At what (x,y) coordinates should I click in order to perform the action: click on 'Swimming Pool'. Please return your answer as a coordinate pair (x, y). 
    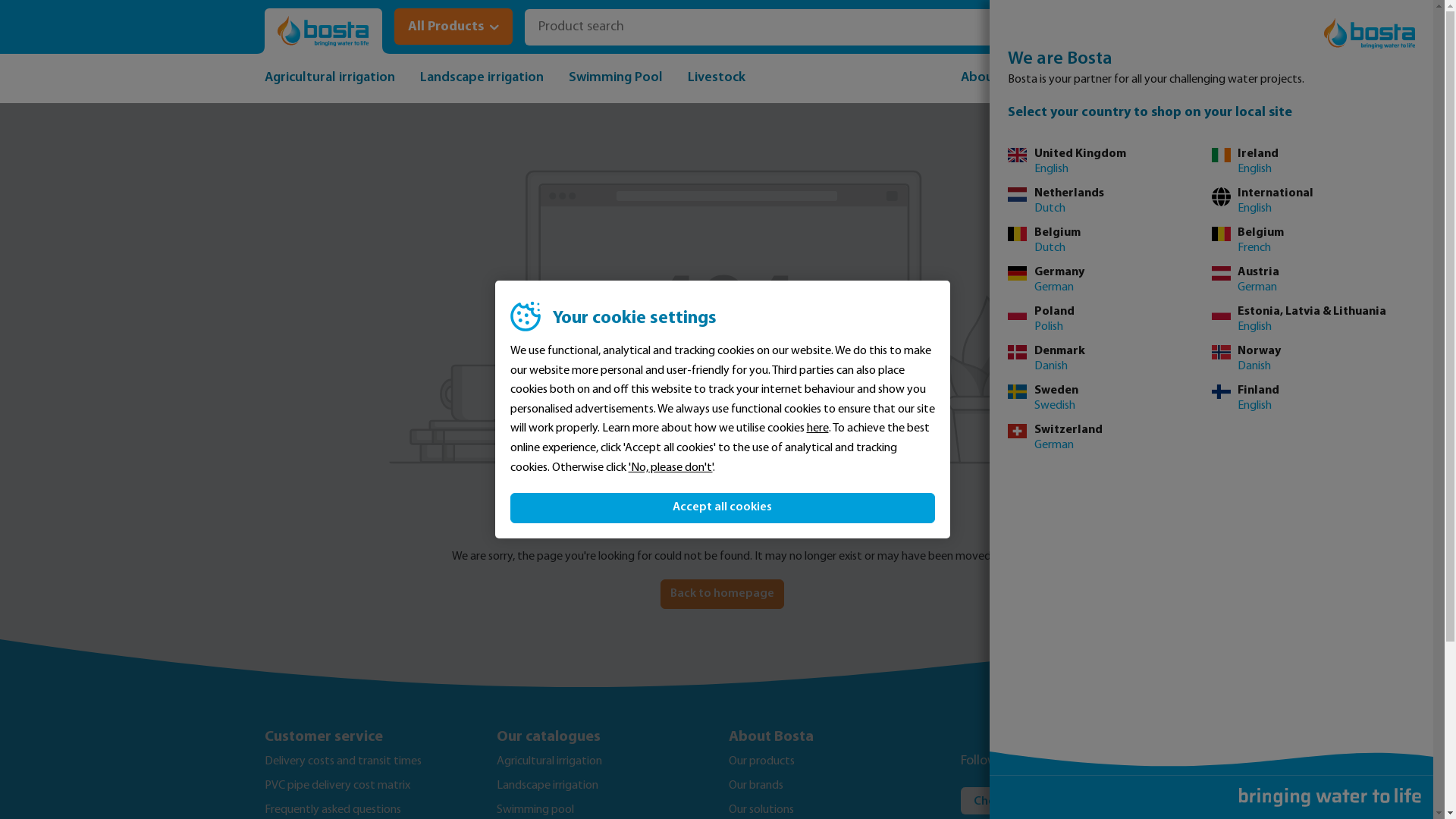
    Looking at the image, I should click on (615, 78).